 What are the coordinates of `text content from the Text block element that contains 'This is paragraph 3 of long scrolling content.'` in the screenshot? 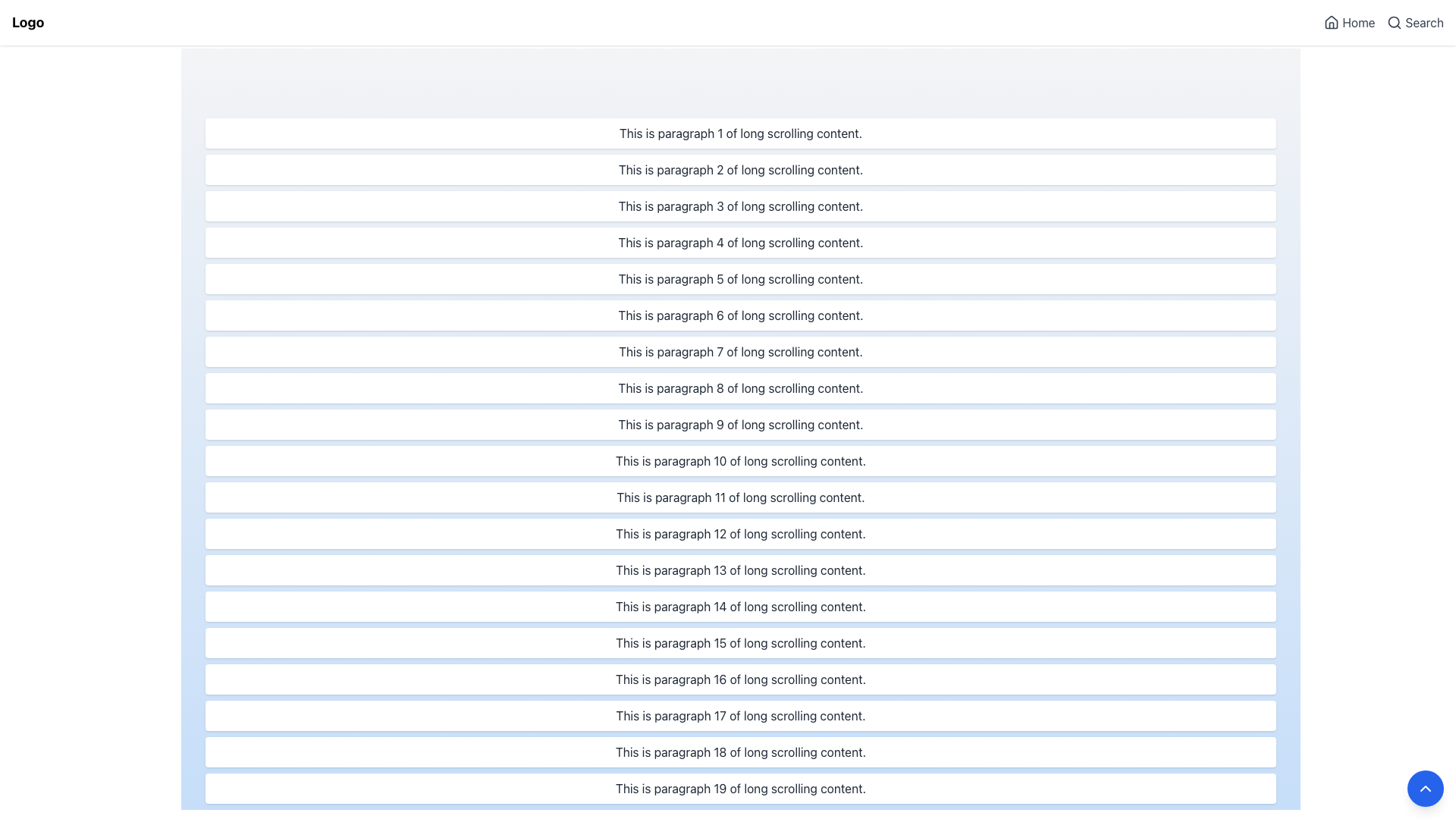 It's located at (741, 206).